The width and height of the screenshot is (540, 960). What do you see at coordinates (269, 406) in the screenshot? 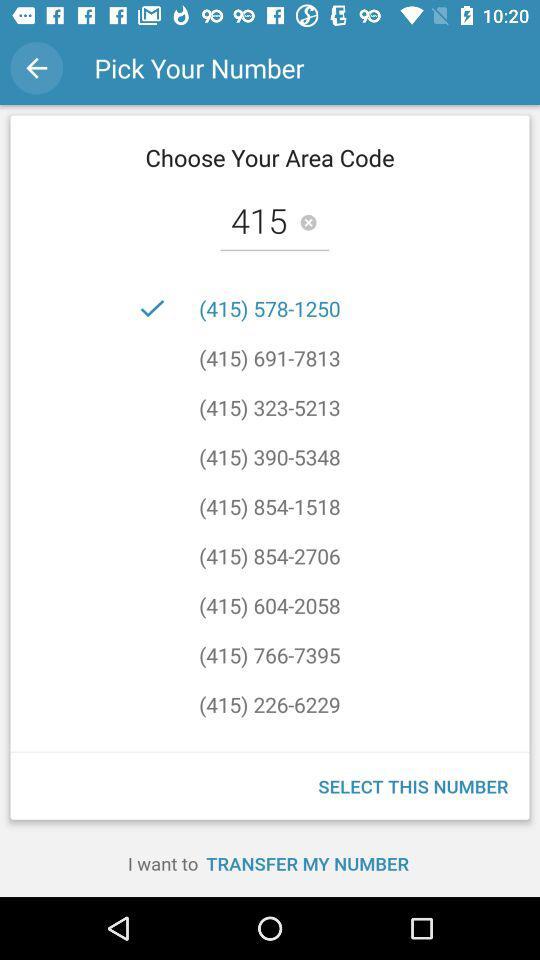
I see `(415) 323-5213` at bounding box center [269, 406].